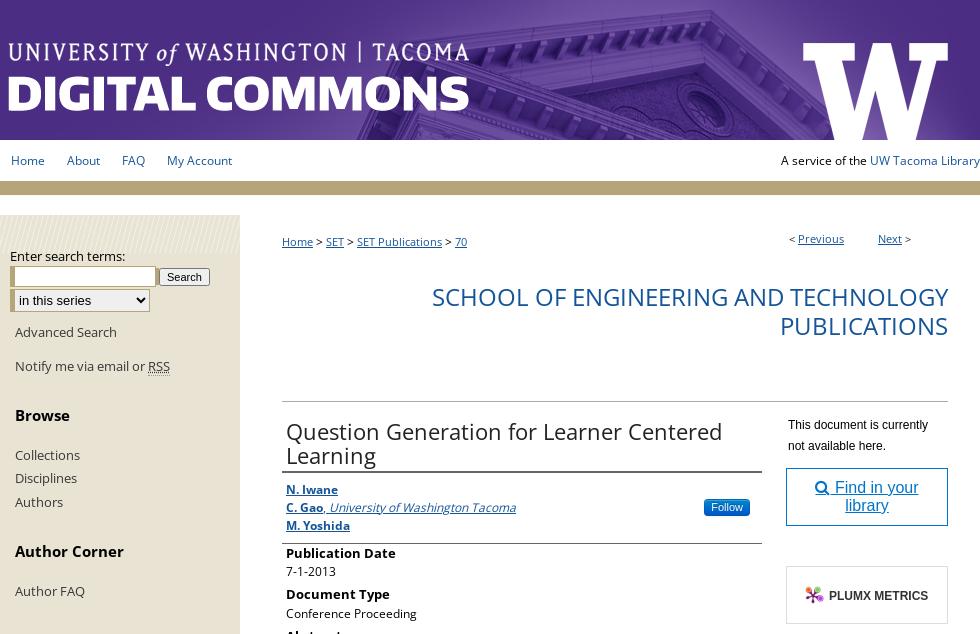 This screenshot has width=980, height=634. I want to click on 'Publication Date', so click(341, 551).